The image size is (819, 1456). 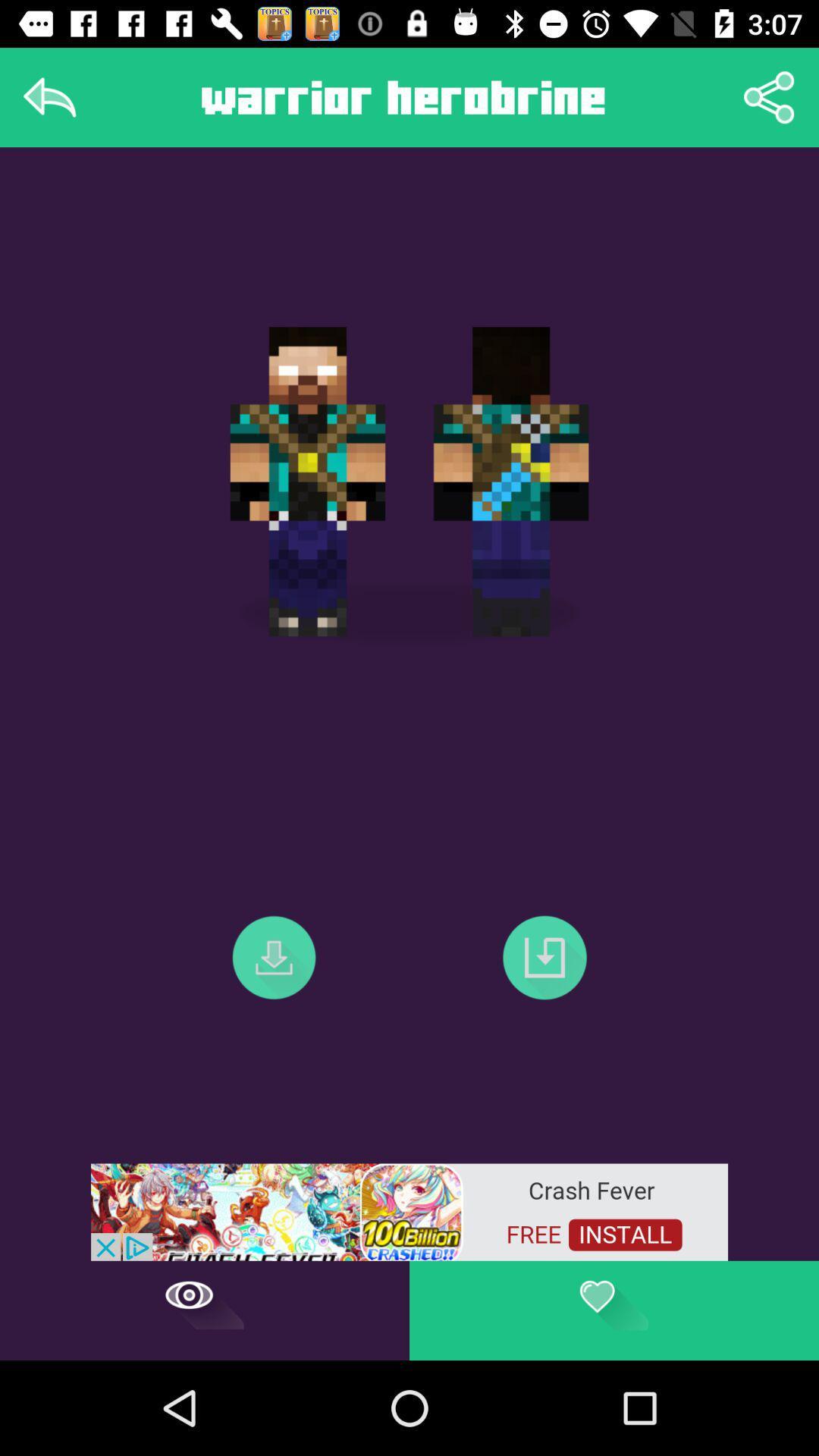 I want to click on the file_download icon, so click(x=274, y=956).